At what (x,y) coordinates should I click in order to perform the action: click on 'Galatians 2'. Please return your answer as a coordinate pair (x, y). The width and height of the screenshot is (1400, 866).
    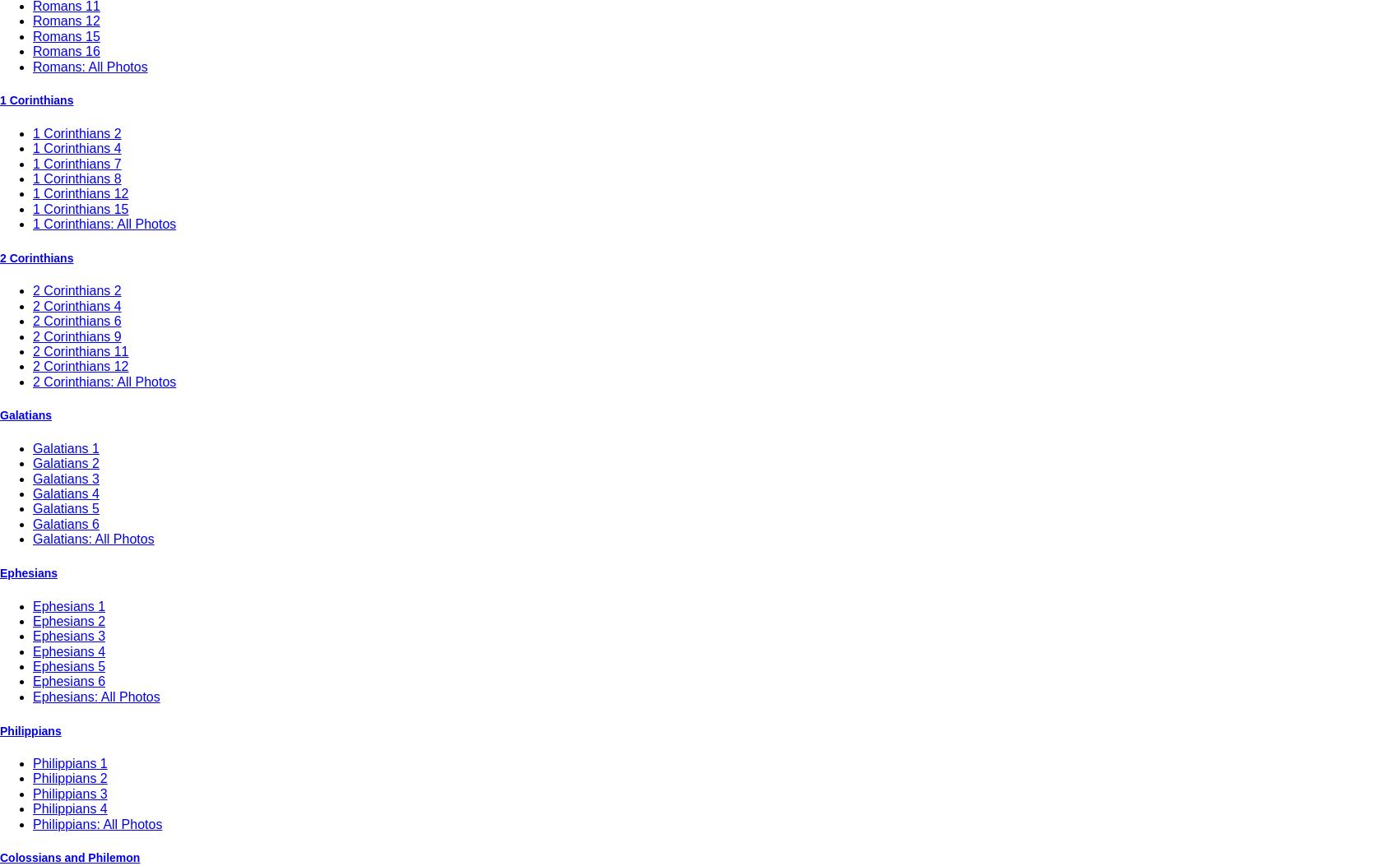
    Looking at the image, I should click on (65, 462).